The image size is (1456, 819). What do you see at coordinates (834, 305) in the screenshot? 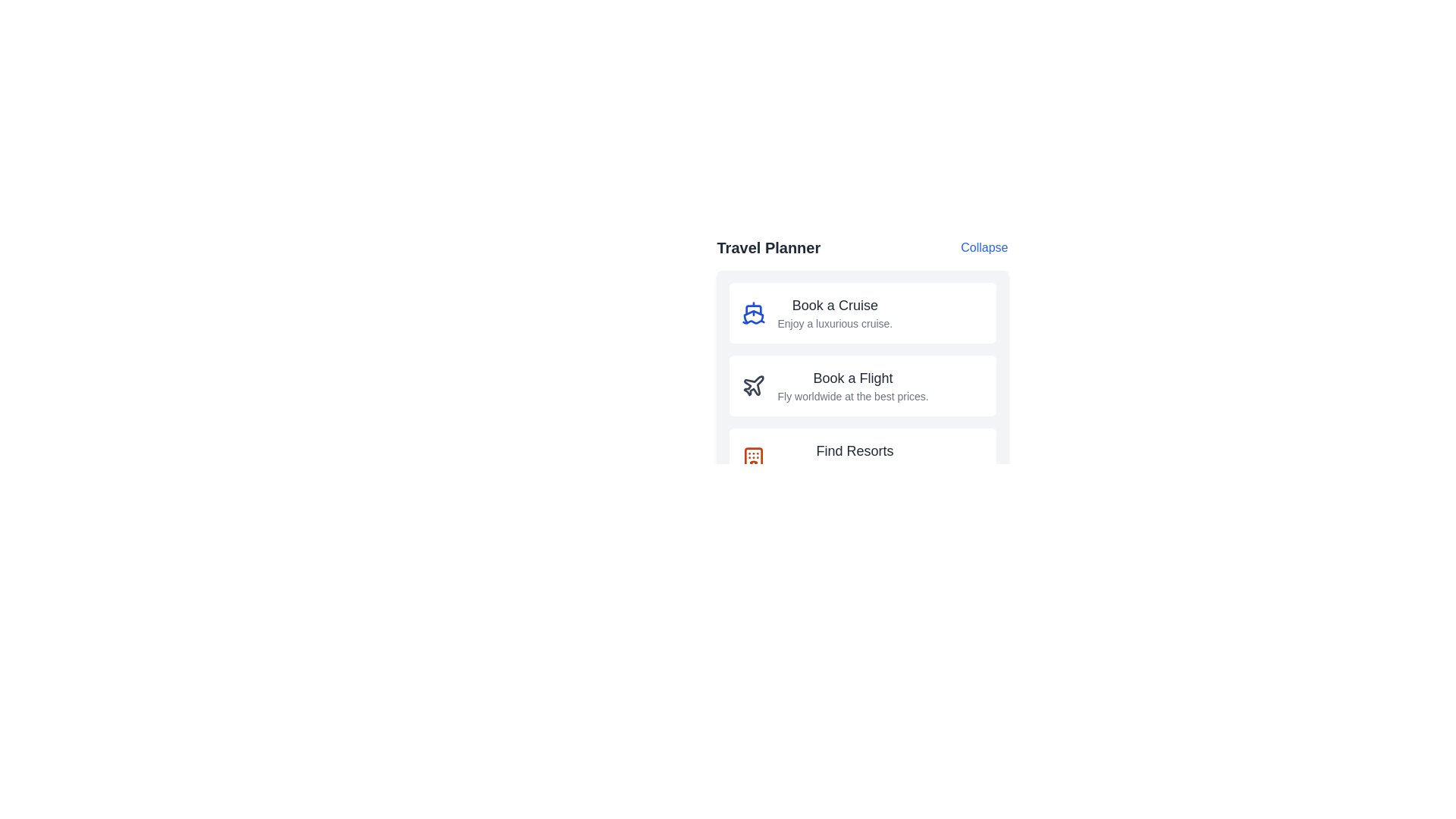
I see `static text label that serves as a heading for the cruise booking section, positioned above the description text and right-aligned with a ship icon` at bounding box center [834, 305].